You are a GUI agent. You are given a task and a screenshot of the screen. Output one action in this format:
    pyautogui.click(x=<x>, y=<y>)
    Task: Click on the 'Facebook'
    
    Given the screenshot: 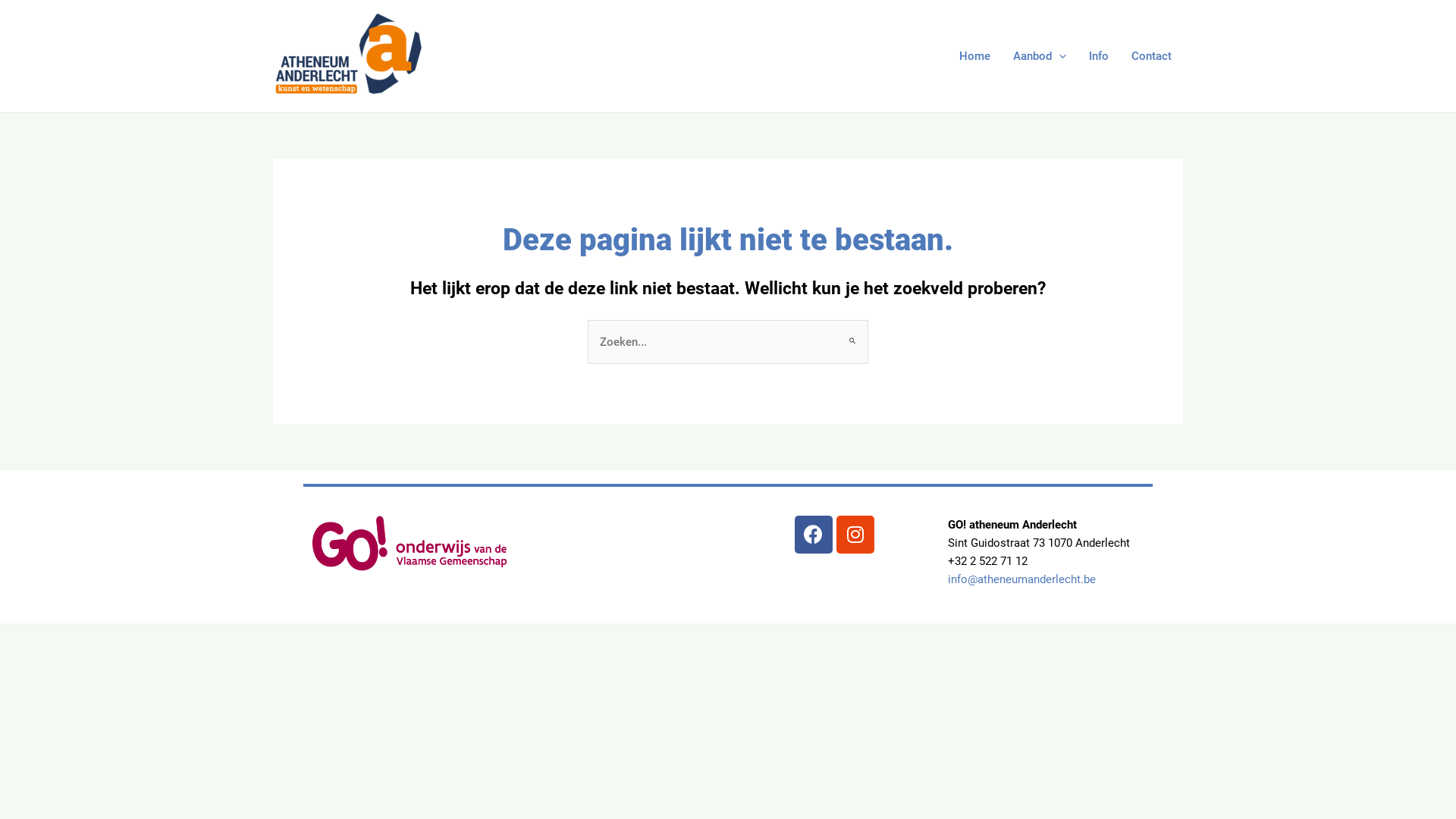 What is the action you would take?
    pyautogui.click(x=813, y=534)
    